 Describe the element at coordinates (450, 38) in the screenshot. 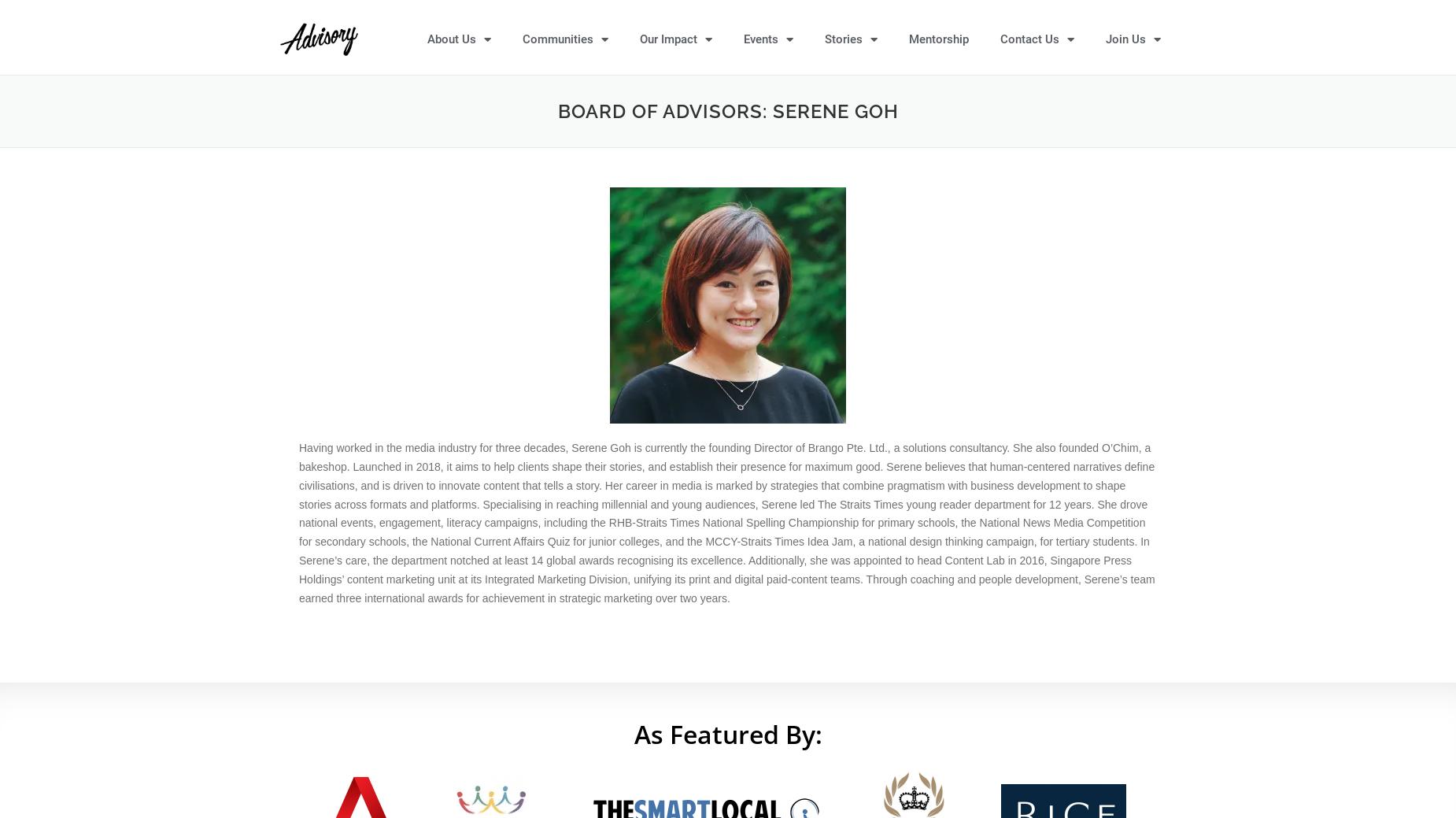

I see `'About Us'` at that location.